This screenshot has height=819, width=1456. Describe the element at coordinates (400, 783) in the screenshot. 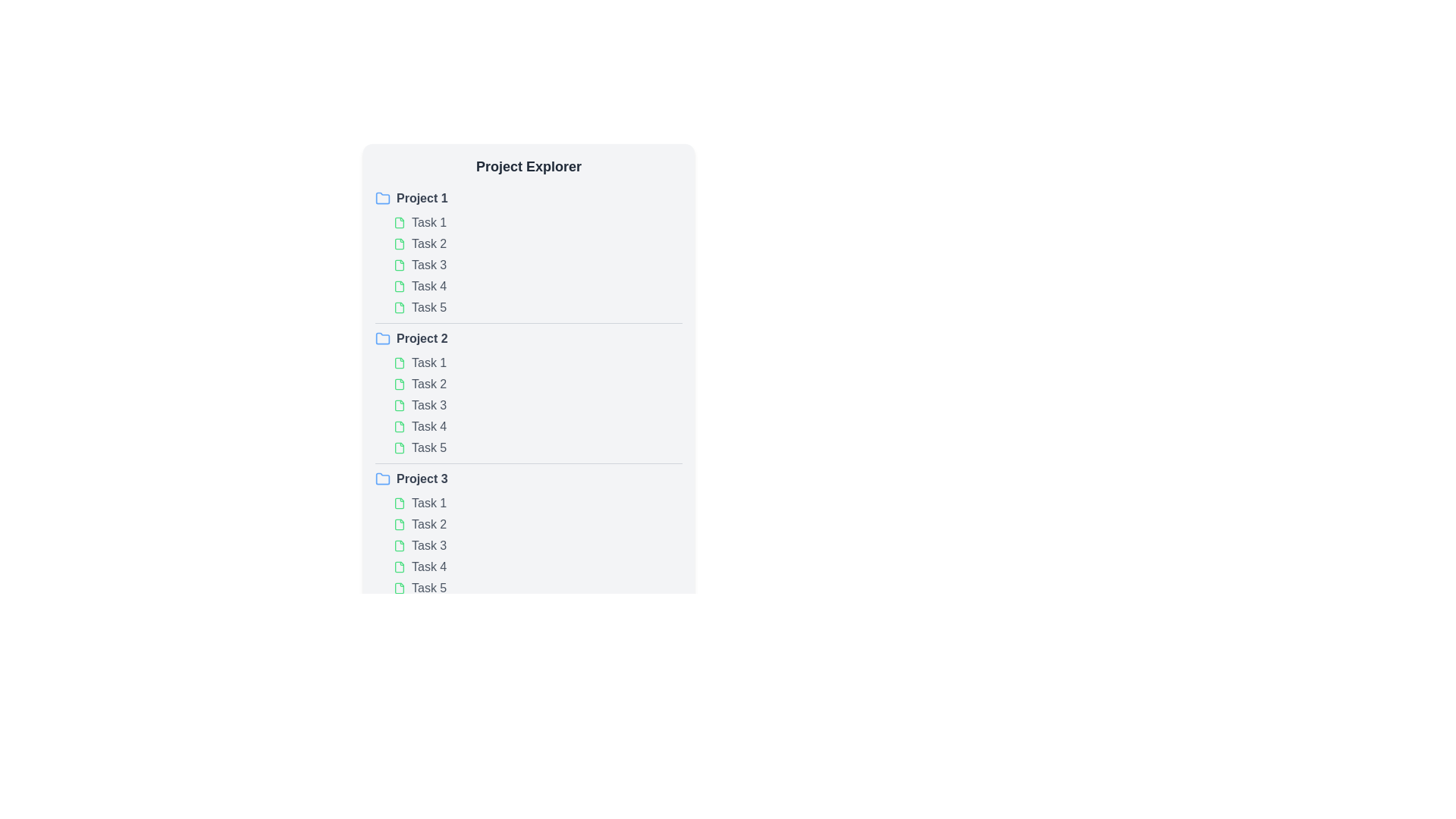

I see `the folder icon, which is a small green vector graphic located at the bottom of the task list interface, serving as an indicator for a file or document` at that location.